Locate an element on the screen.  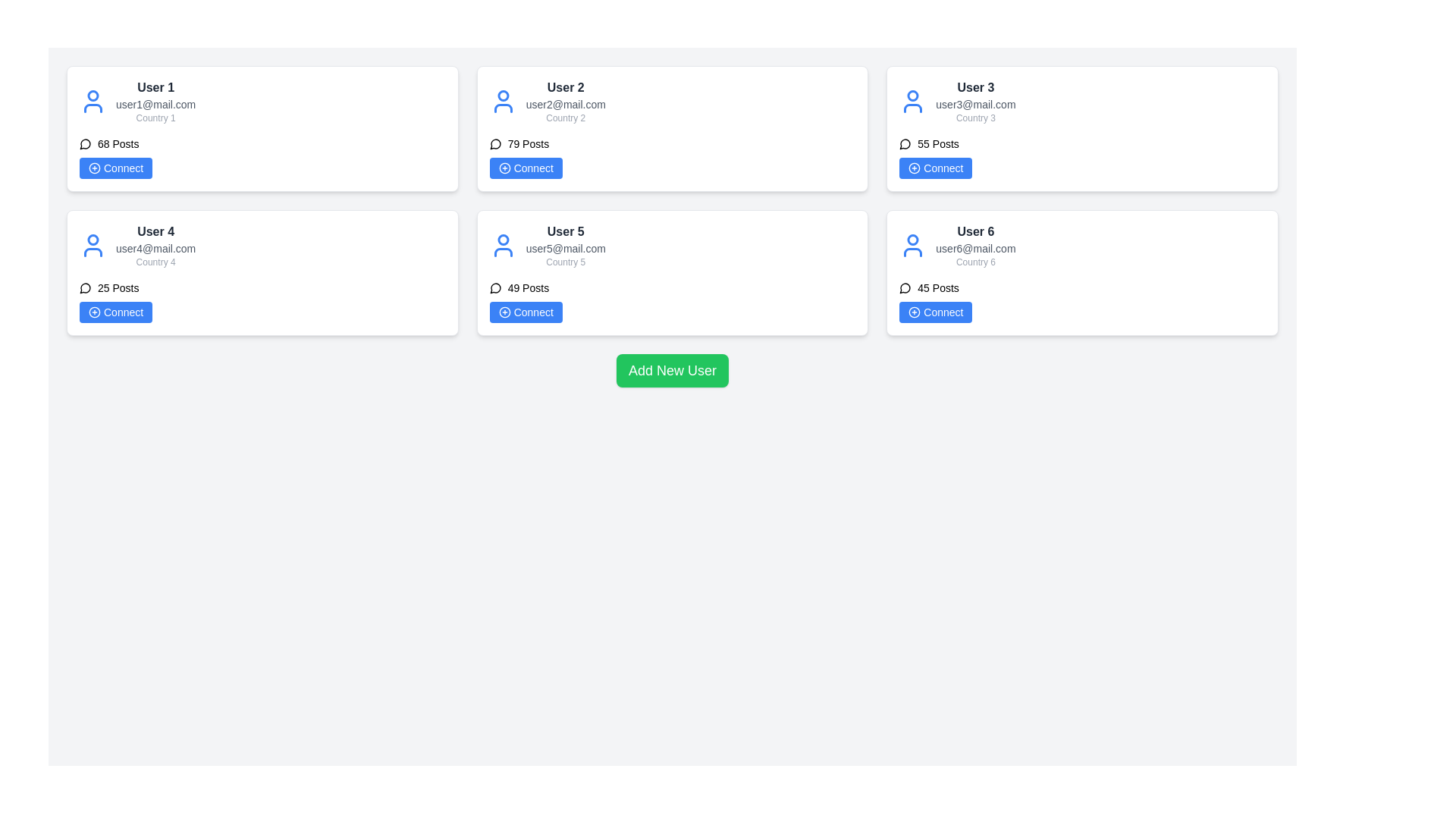
the blue circular user profile icon located above the text 'User 2' in the user card is located at coordinates (503, 96).